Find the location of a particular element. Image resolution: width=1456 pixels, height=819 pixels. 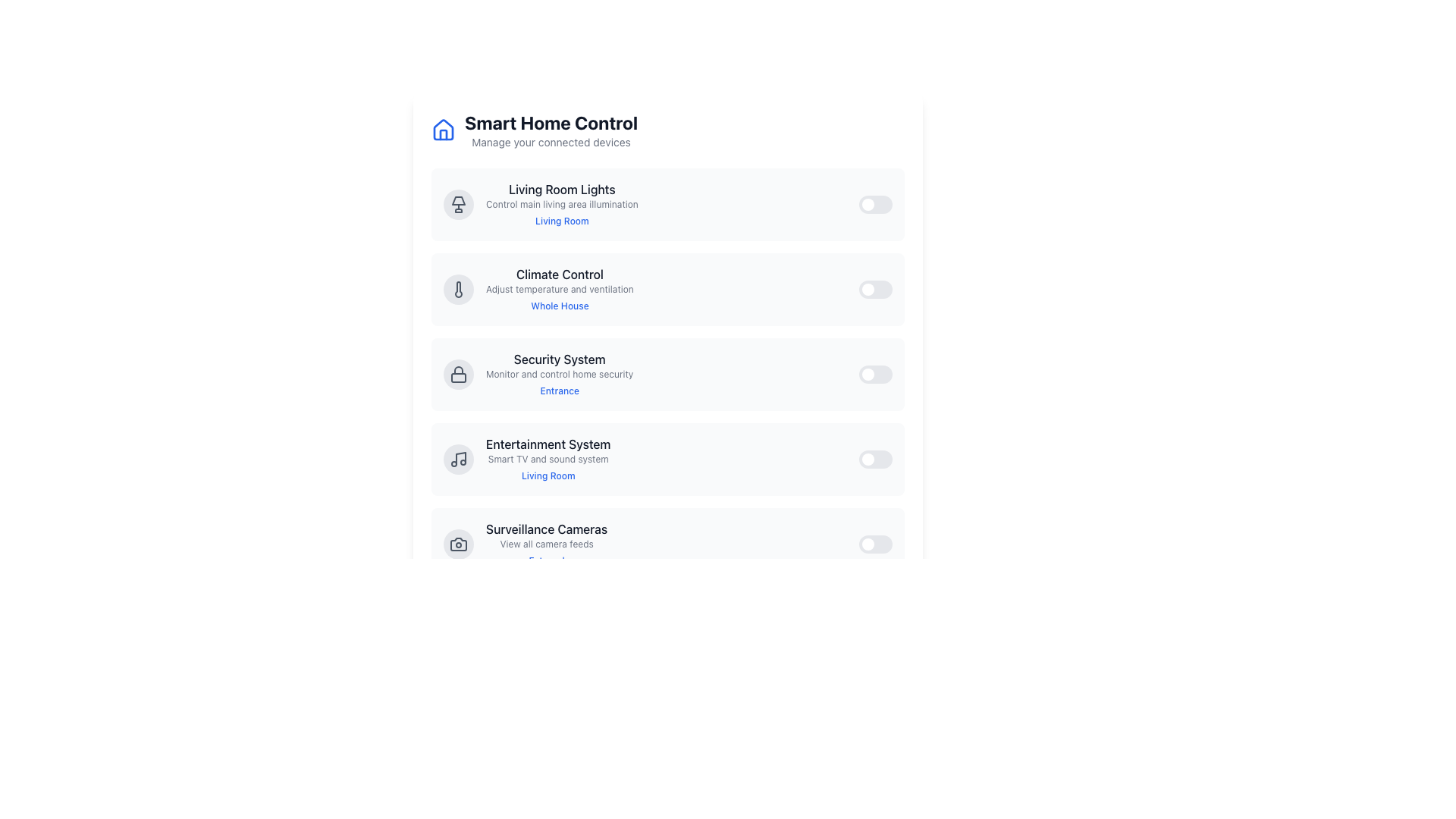

the primary title text label that describes the current section for controlling the climate settings of a smart home, positioned between the 'Living Room Lights' and 'Security System' items is located at coordinates (559, 275).